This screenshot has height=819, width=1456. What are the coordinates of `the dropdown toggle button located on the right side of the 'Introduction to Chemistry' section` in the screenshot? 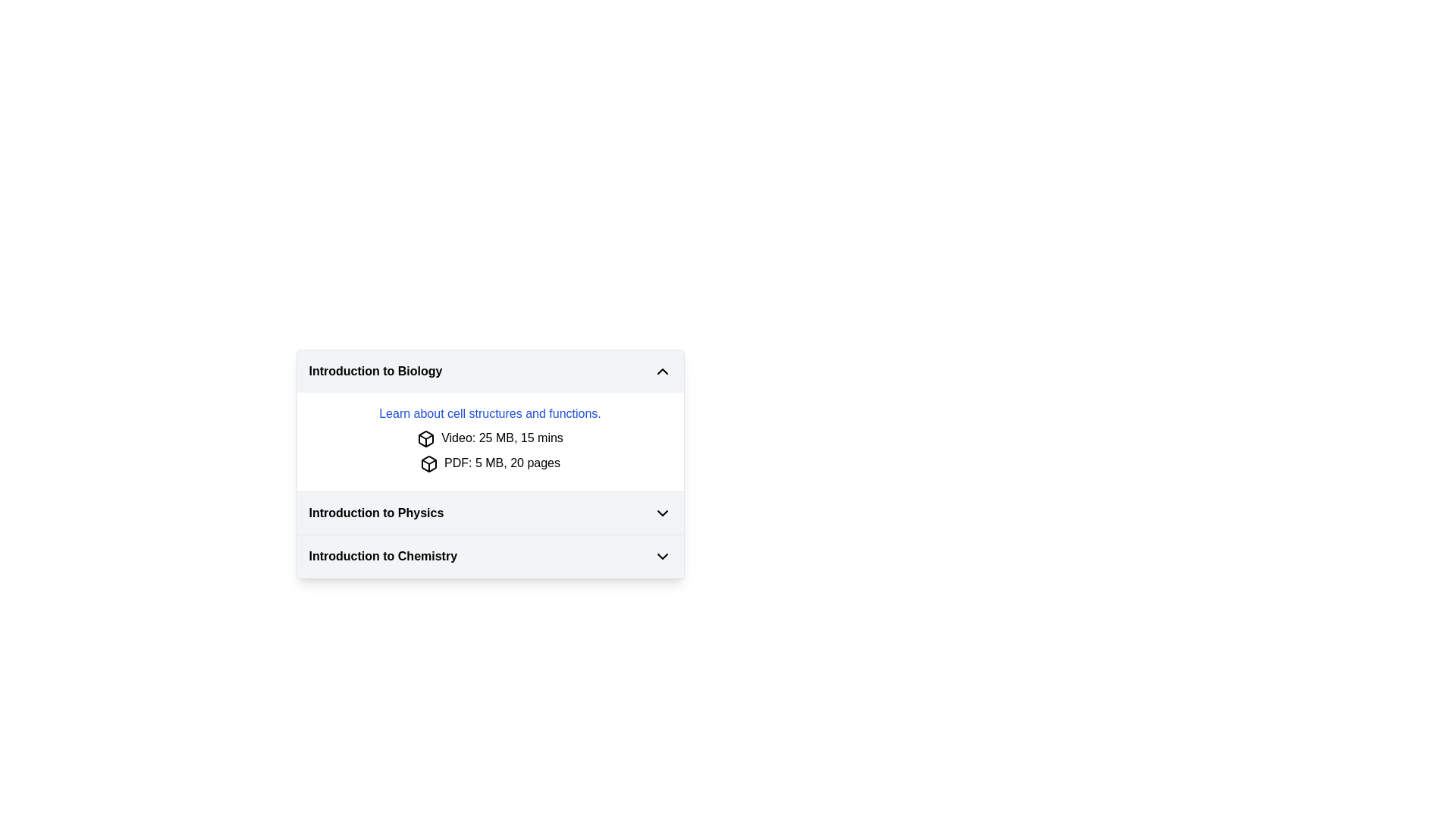 It's located at (662, 556).